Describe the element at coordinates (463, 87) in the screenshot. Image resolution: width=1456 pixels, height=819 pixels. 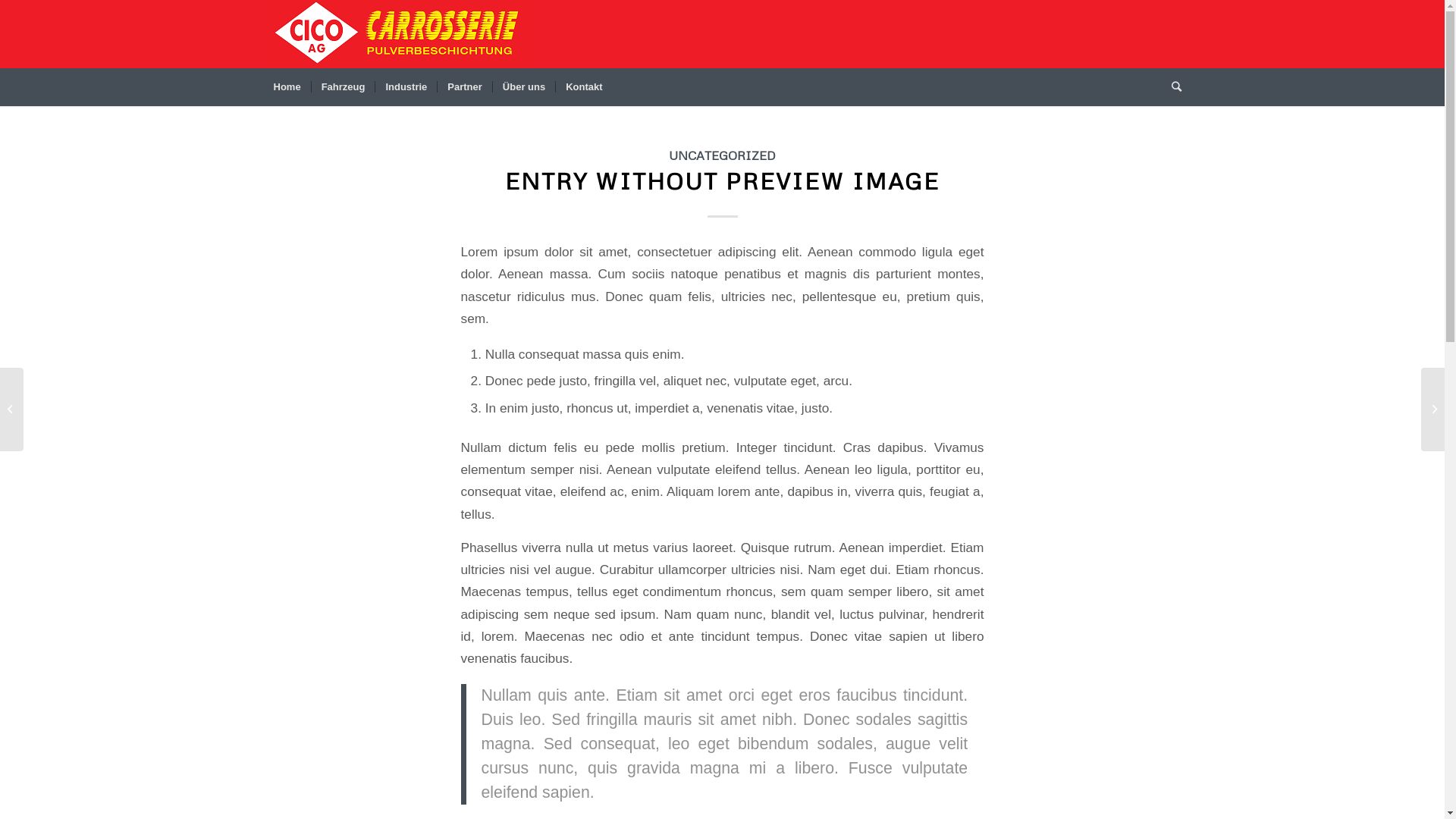
I see `'Partner'` at that location.